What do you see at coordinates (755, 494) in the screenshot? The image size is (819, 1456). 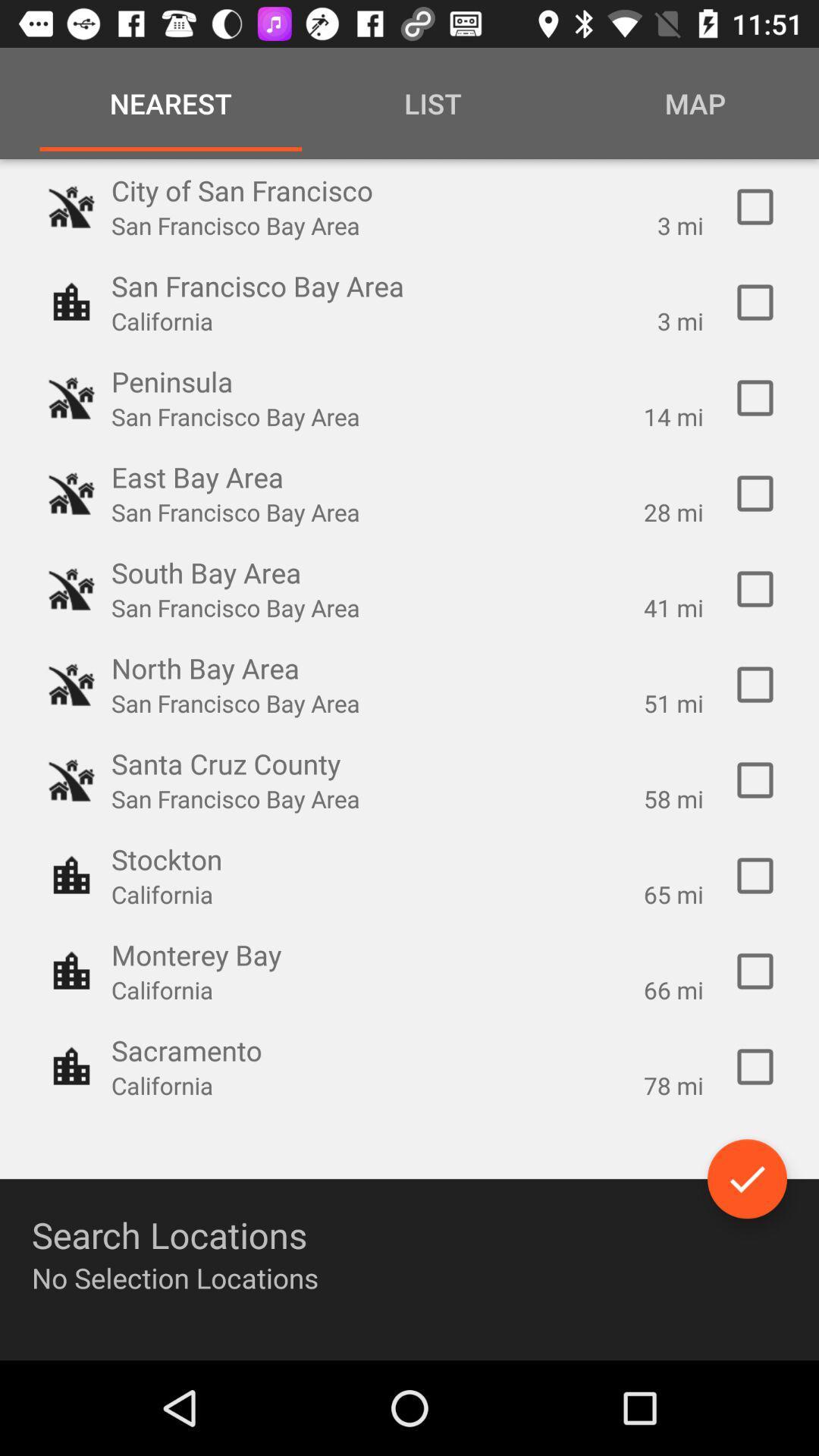 I see `east bay area` at bounding box center [755, 494].